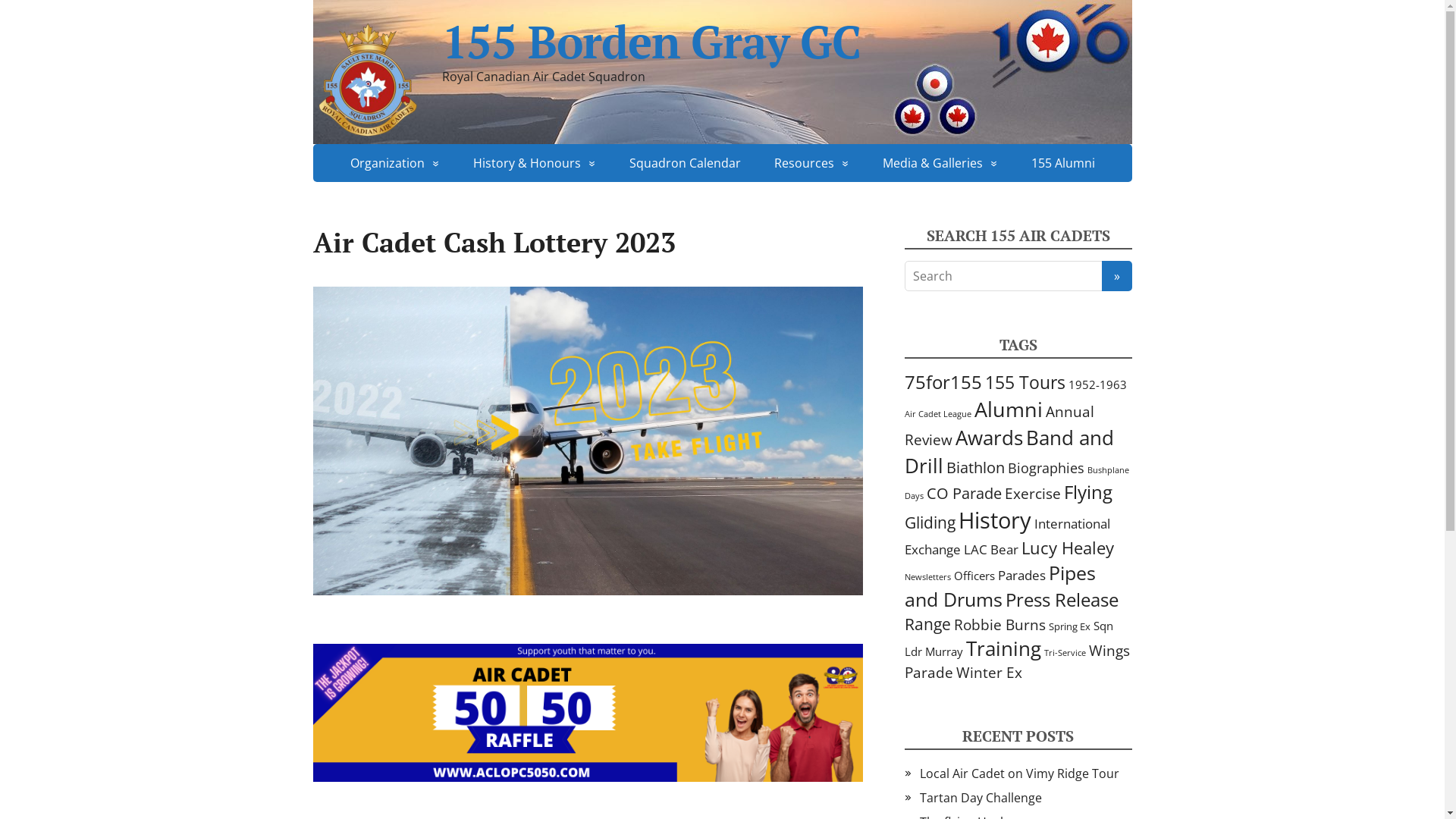 Image resolution: width=1456 pixels, height=819 pixels. Describe the element at coordinates (965, 648) in the screenshot. I see `'Training'` at that location.